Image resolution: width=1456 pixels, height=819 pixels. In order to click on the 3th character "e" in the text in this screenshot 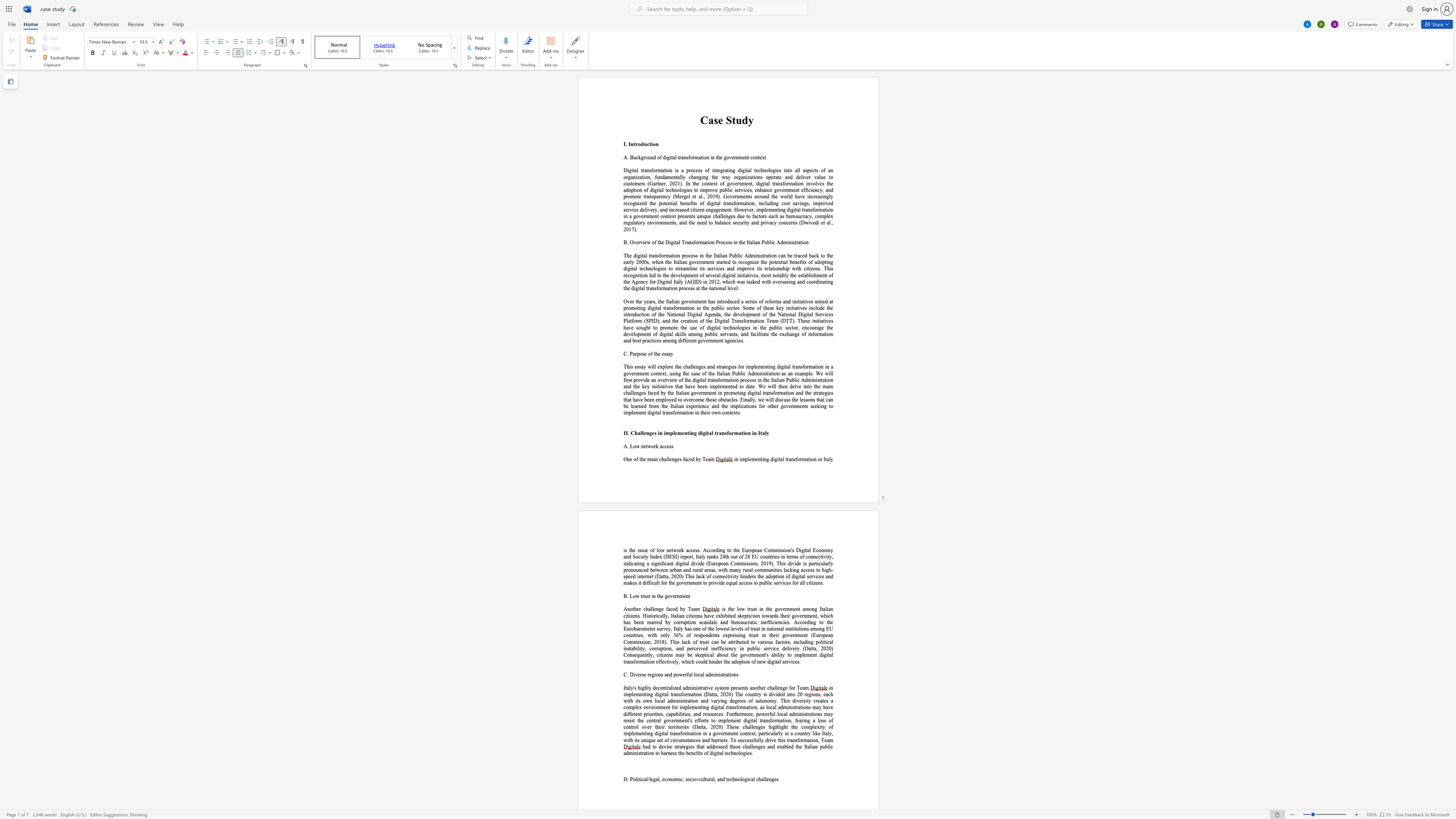, I will do `click(684, 596)`.